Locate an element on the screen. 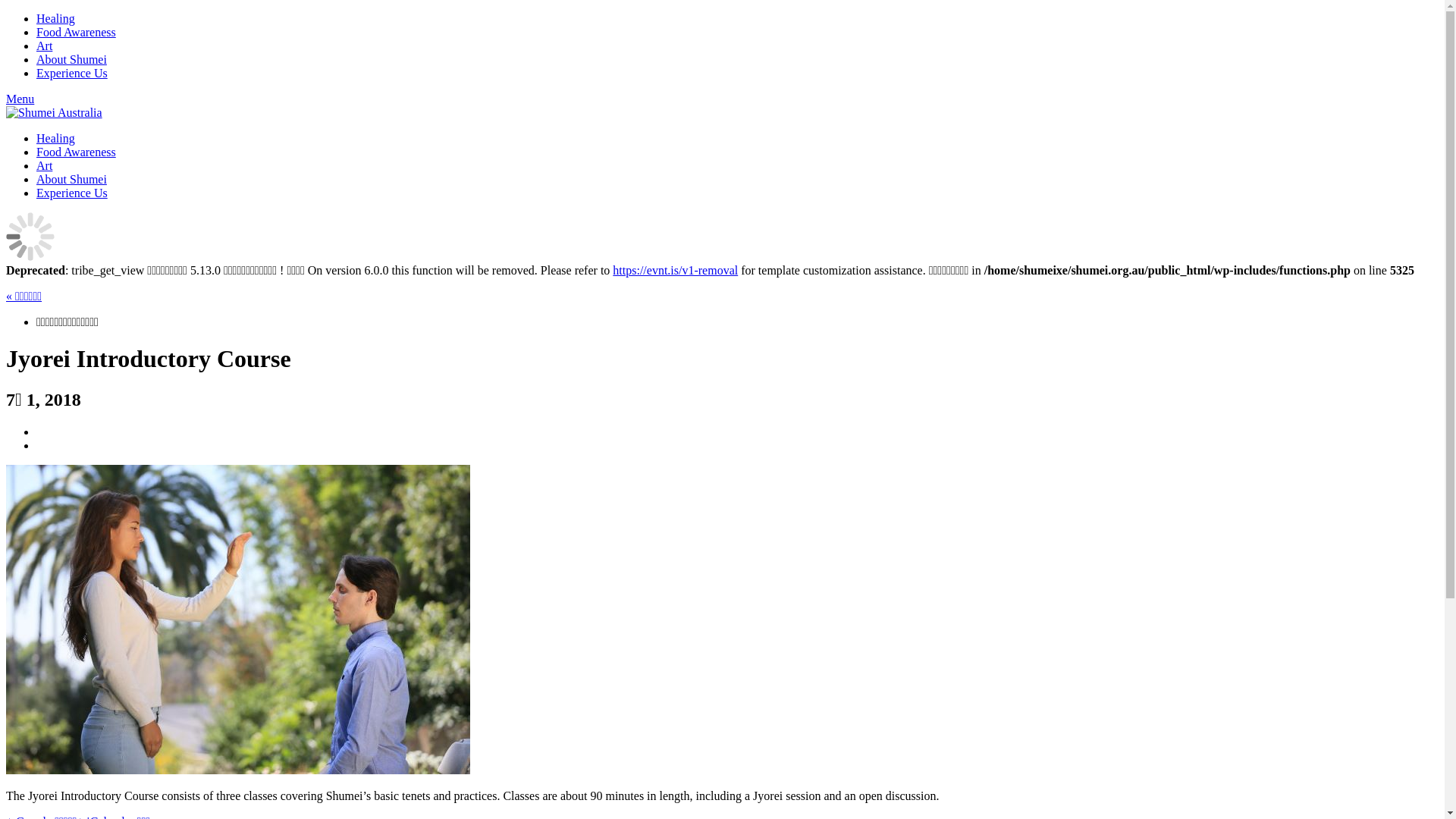 This screenshot has width=1456, height=819. 'Food Awareness' is located at coordinates (75, 32).